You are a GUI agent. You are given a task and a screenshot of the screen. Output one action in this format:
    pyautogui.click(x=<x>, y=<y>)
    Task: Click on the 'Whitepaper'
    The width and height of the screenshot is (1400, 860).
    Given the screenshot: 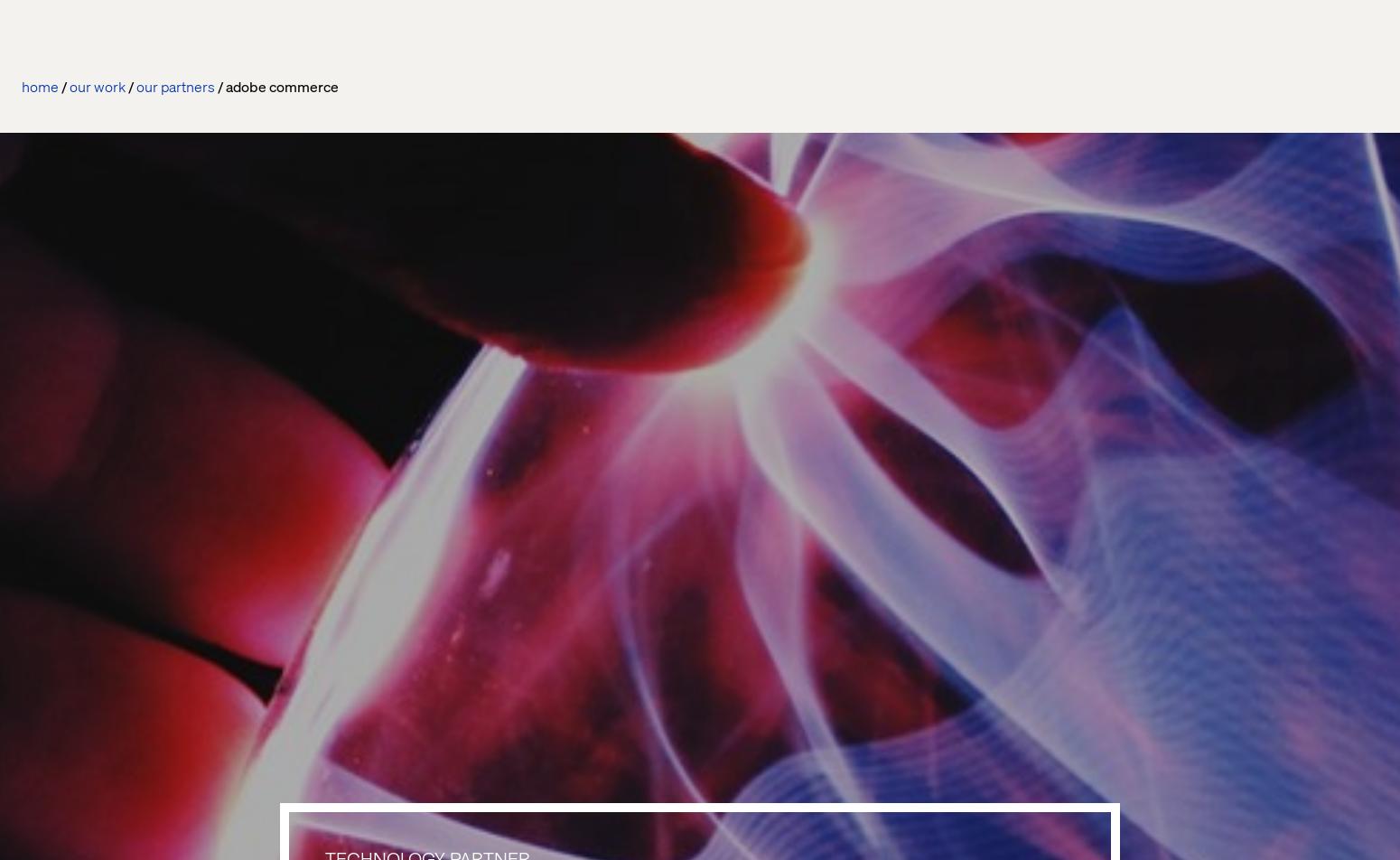 What is the action you would take?
    pyautogui.click(x=723, y=457)
    